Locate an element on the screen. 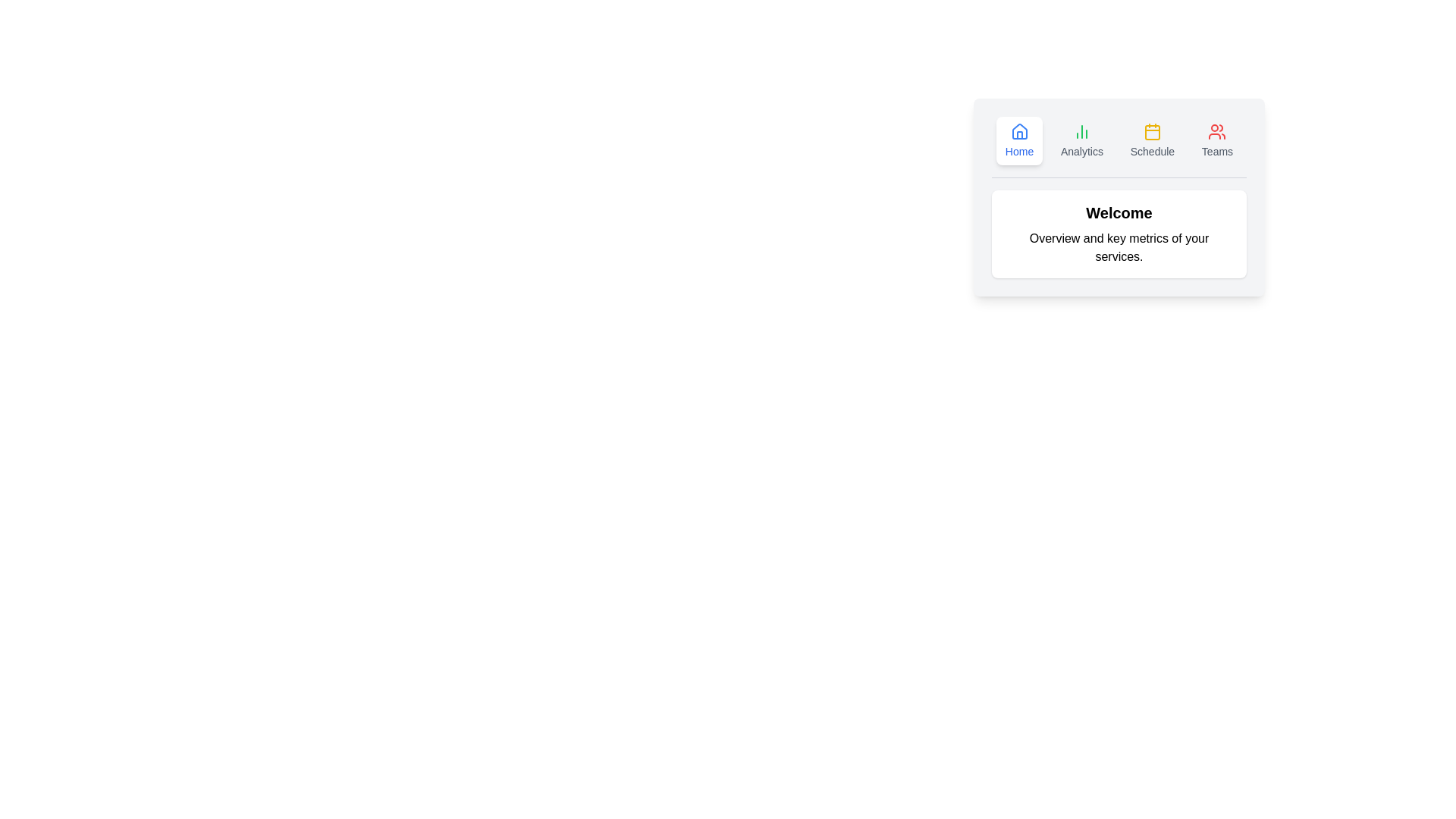 This screenshot has width=1456, height=819. the calendar icon in the navigation menu is located at coordinates (1152, 130).